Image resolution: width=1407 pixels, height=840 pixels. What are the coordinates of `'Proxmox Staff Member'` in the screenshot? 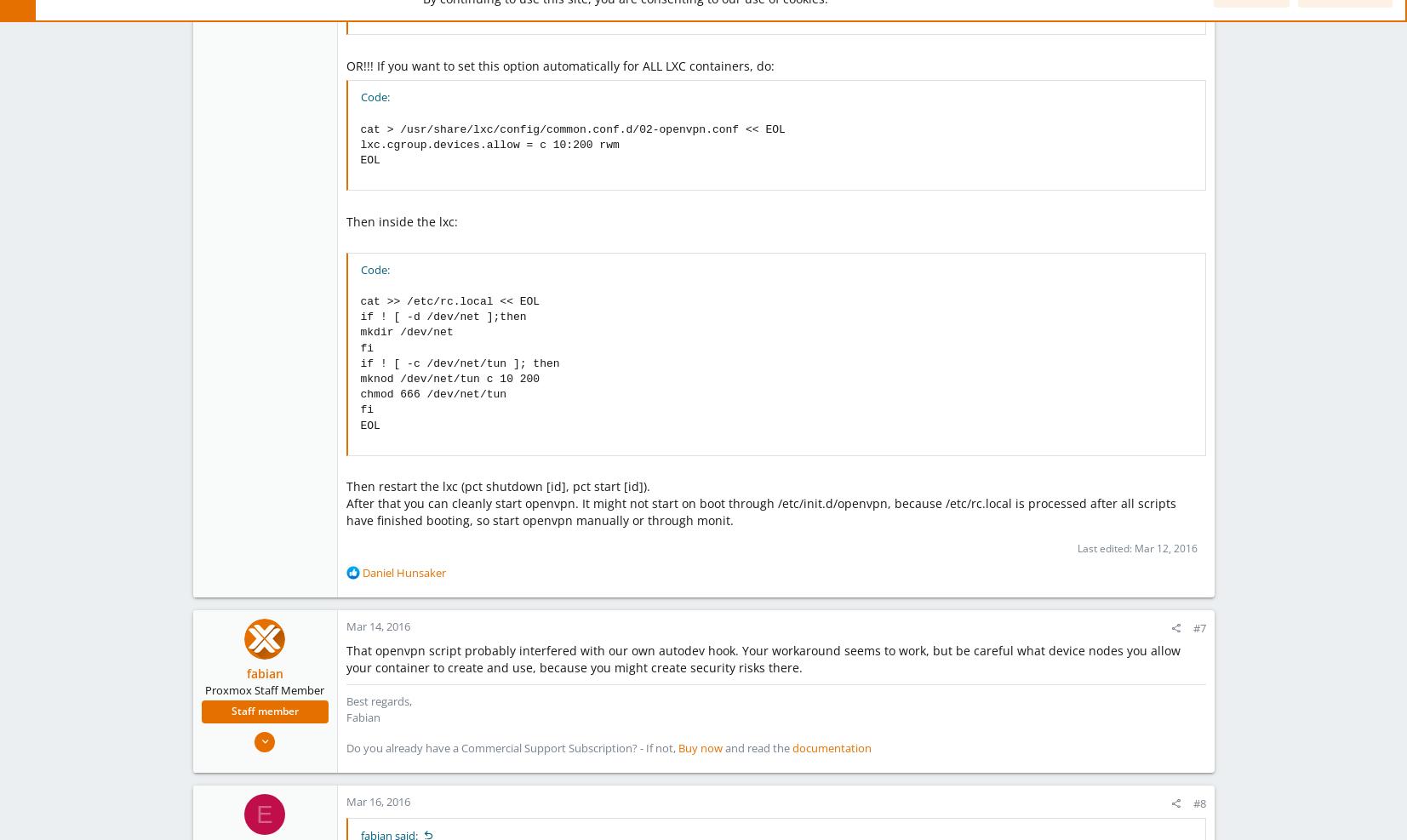 It's located at (263, 689).